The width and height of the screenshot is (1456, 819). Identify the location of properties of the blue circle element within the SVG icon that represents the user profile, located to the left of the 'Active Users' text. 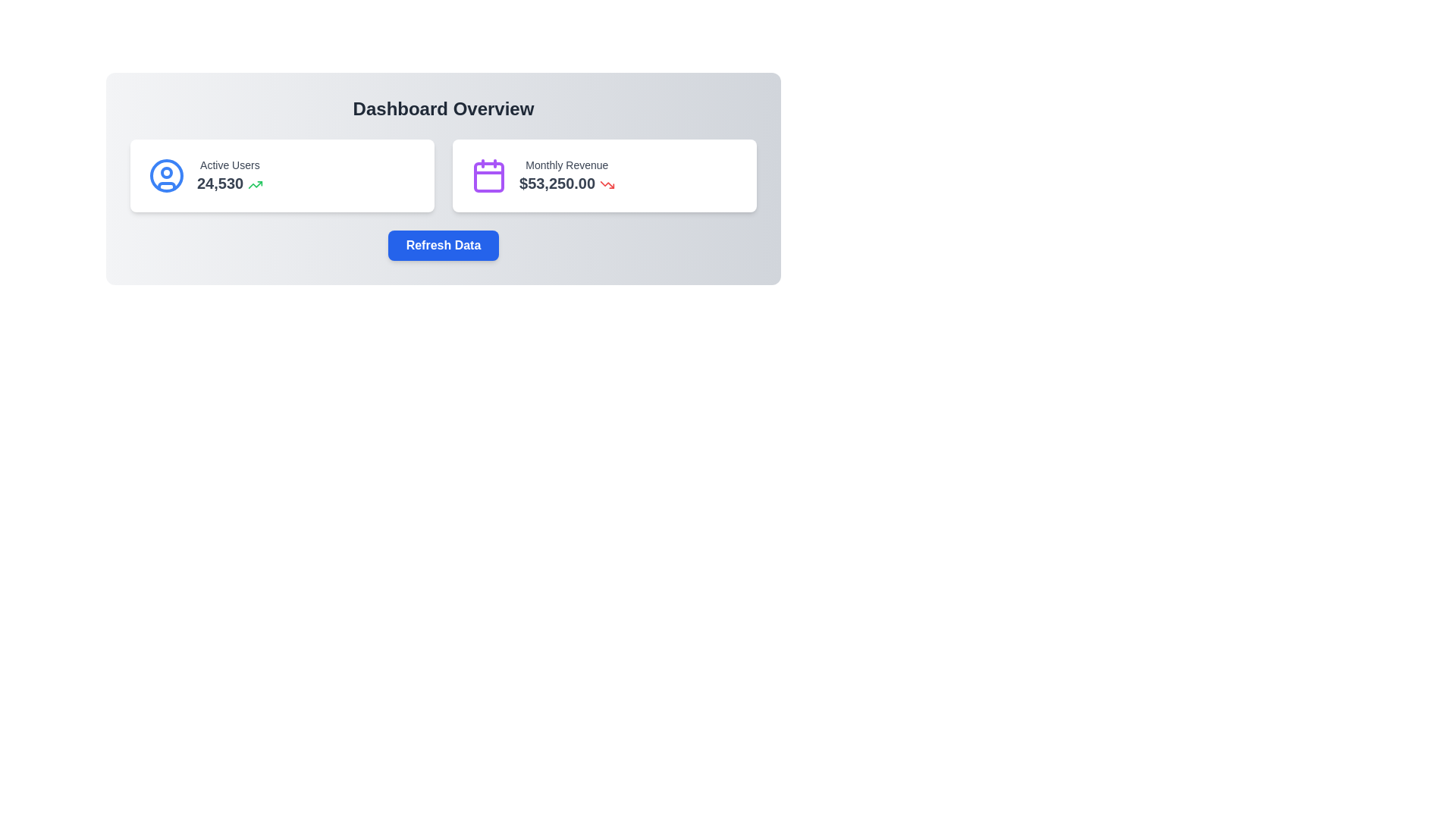
(167, 174).